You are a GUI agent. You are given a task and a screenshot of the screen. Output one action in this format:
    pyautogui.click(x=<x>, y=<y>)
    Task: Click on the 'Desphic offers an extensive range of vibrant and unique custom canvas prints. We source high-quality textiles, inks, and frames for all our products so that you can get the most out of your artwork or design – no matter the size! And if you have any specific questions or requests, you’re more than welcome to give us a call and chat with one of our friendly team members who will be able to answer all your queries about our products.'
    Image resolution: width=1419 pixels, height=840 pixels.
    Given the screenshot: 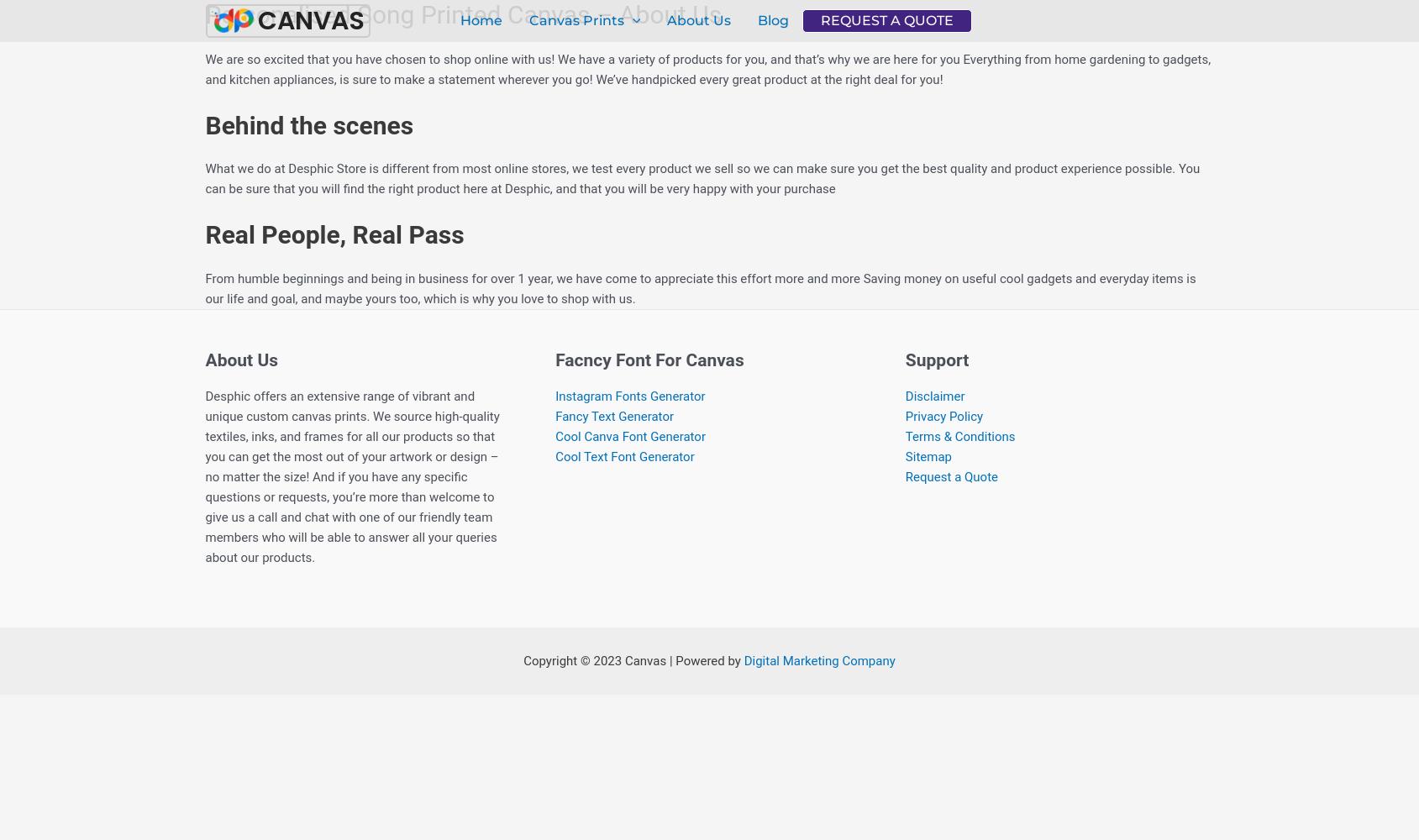 What is the action you would take?
    pyautogui.click(x=204, y=475)
    